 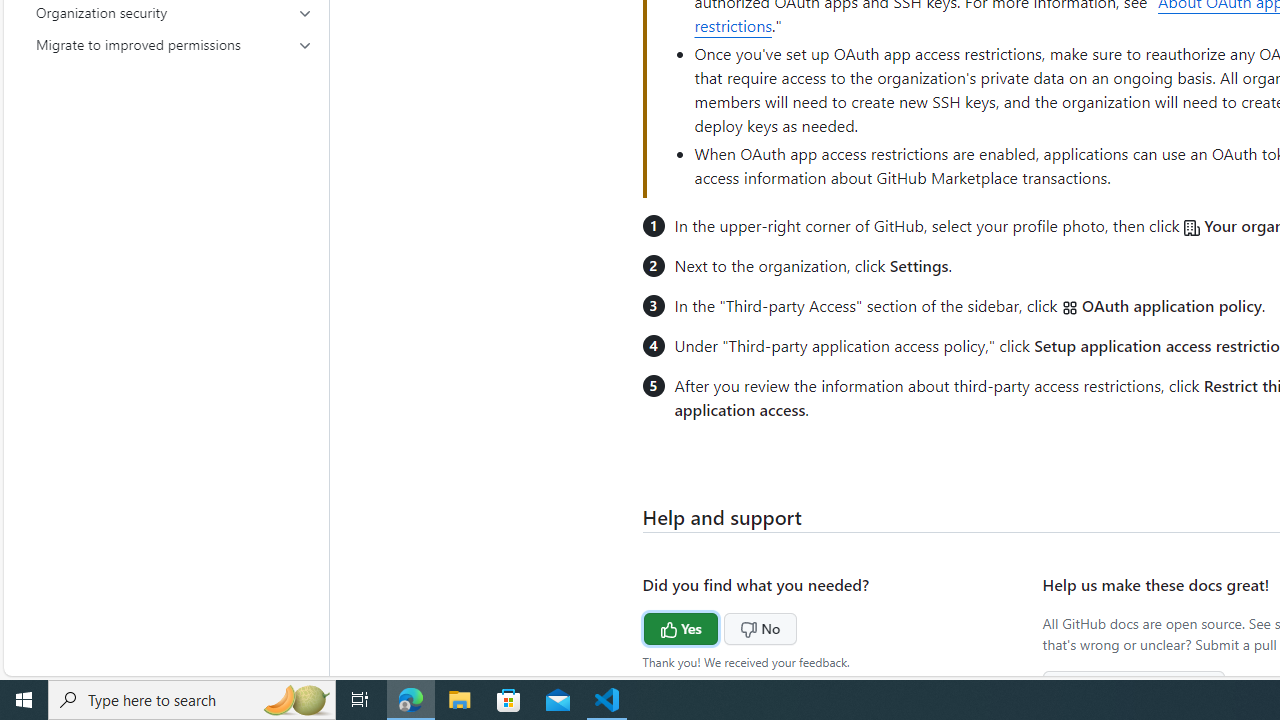 I want to click on 'Yes', so click(x=643, y=625).